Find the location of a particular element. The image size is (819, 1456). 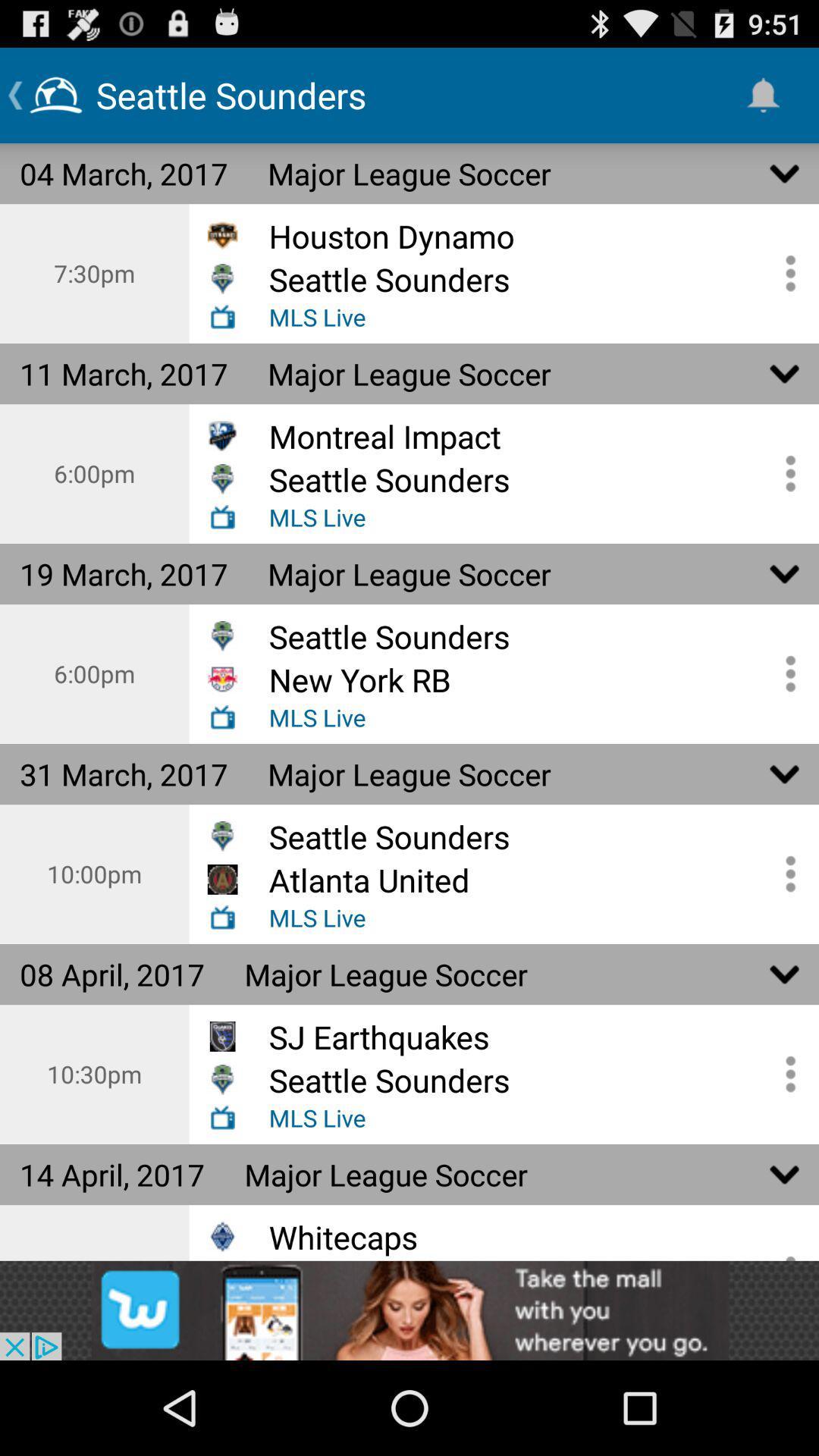

options is located at coordinates (785, 1073).